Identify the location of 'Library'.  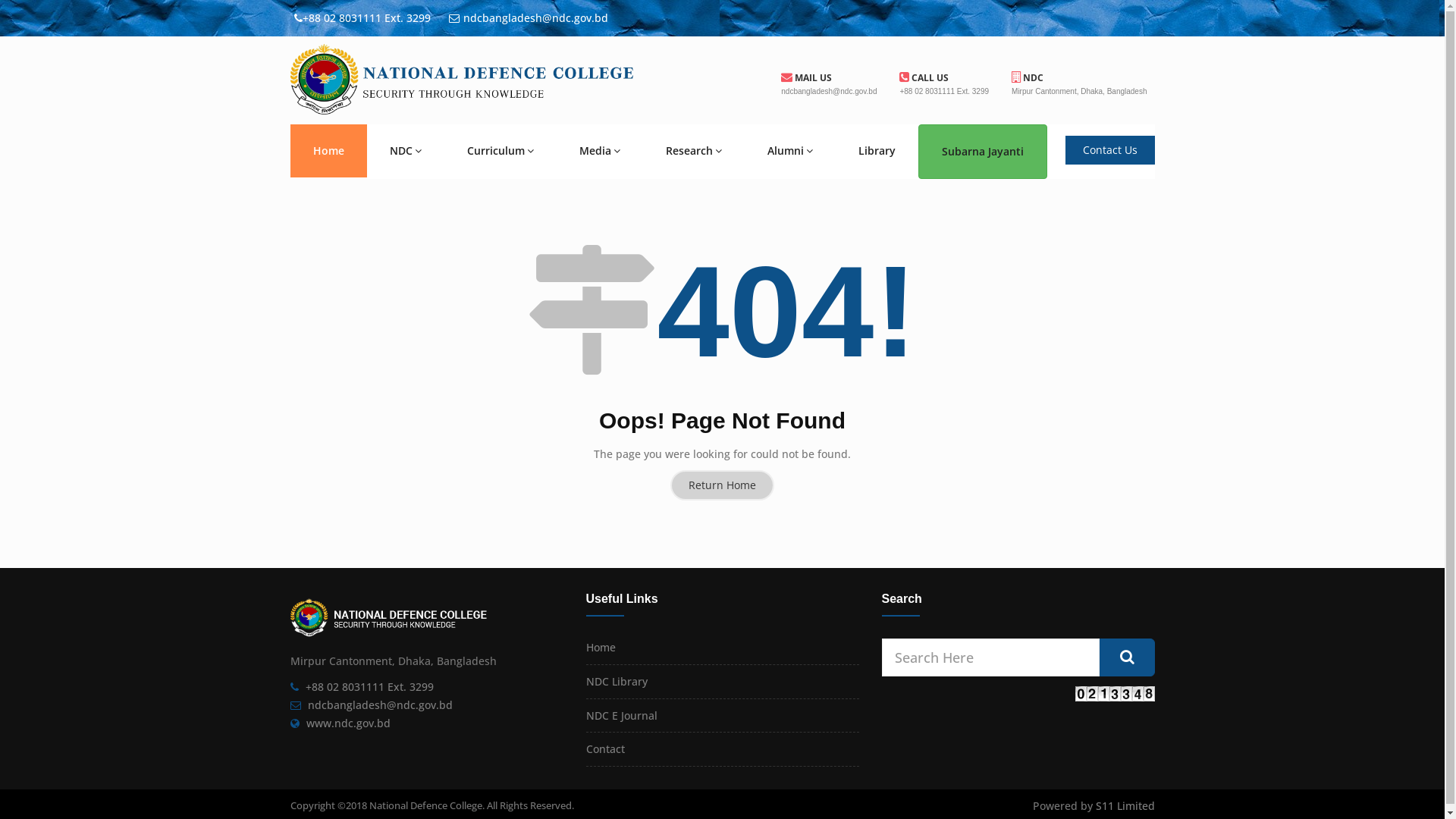
(877, 151).